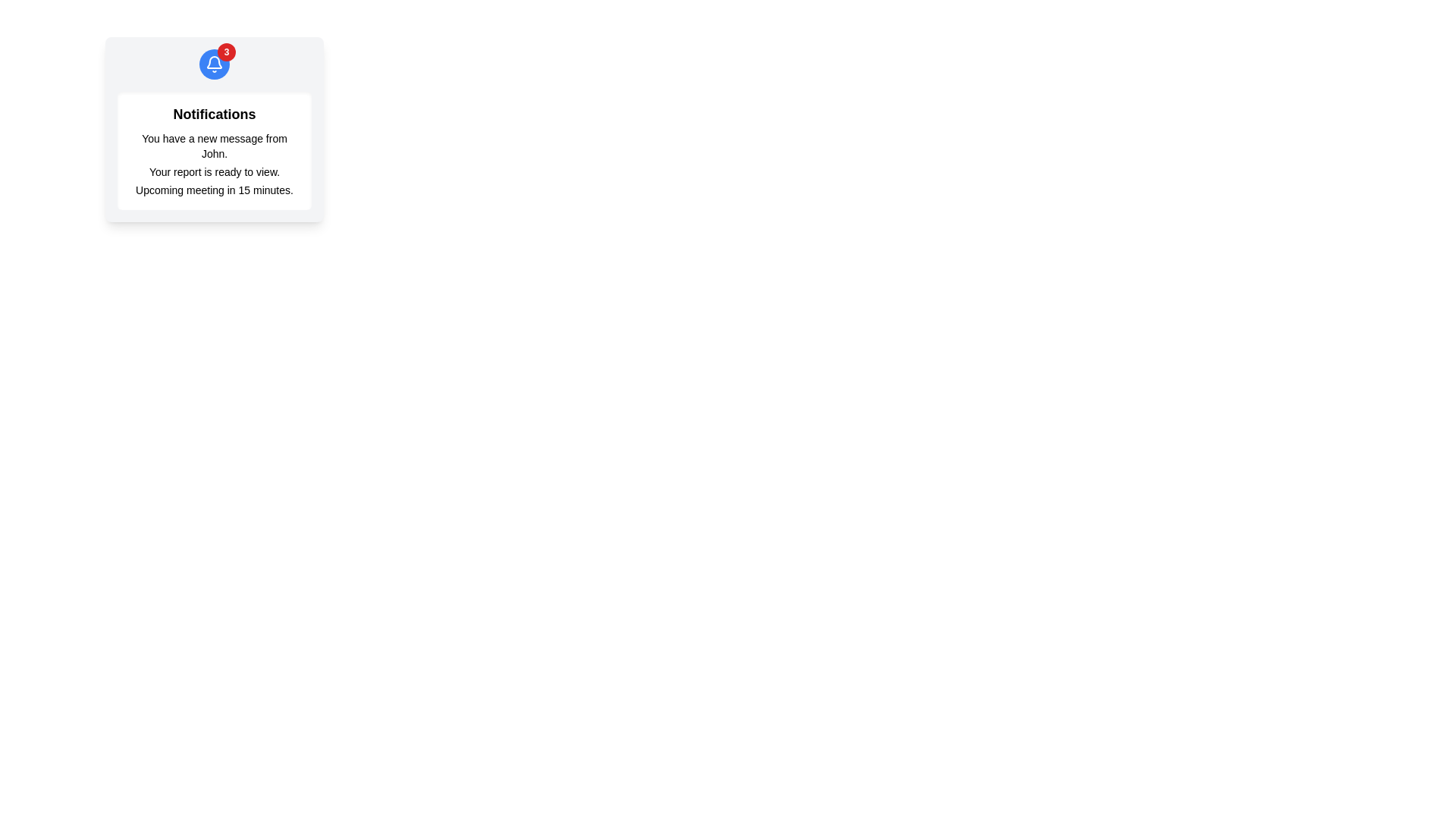  Describe the element at coordinates (214, 63) in the screenshot. I see `the notification button located at the top center of the notification card` at that location.